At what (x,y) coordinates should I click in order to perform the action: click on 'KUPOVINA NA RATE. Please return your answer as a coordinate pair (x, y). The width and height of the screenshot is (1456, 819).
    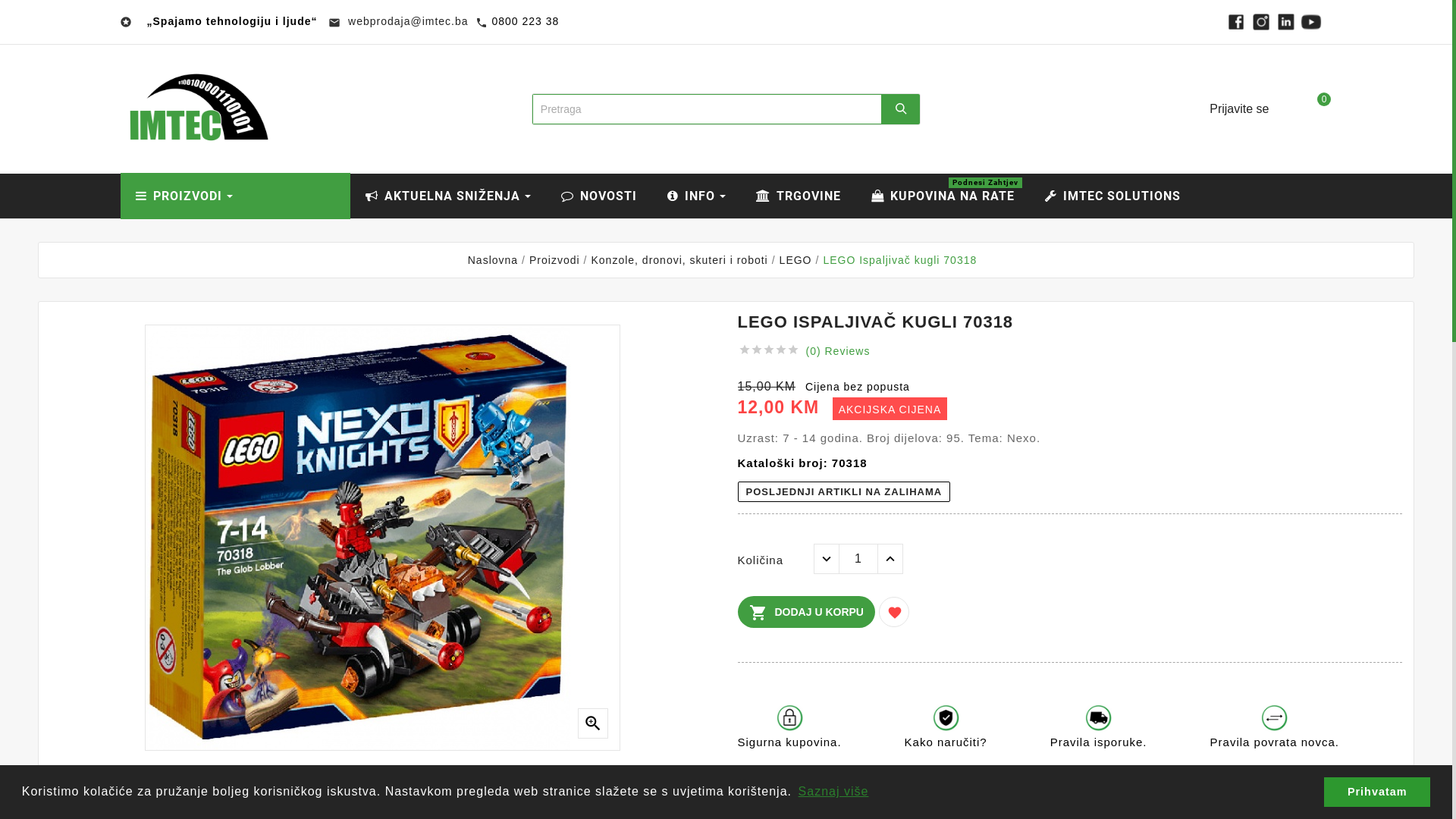
    Looking at the image, I should click on (941, 195).